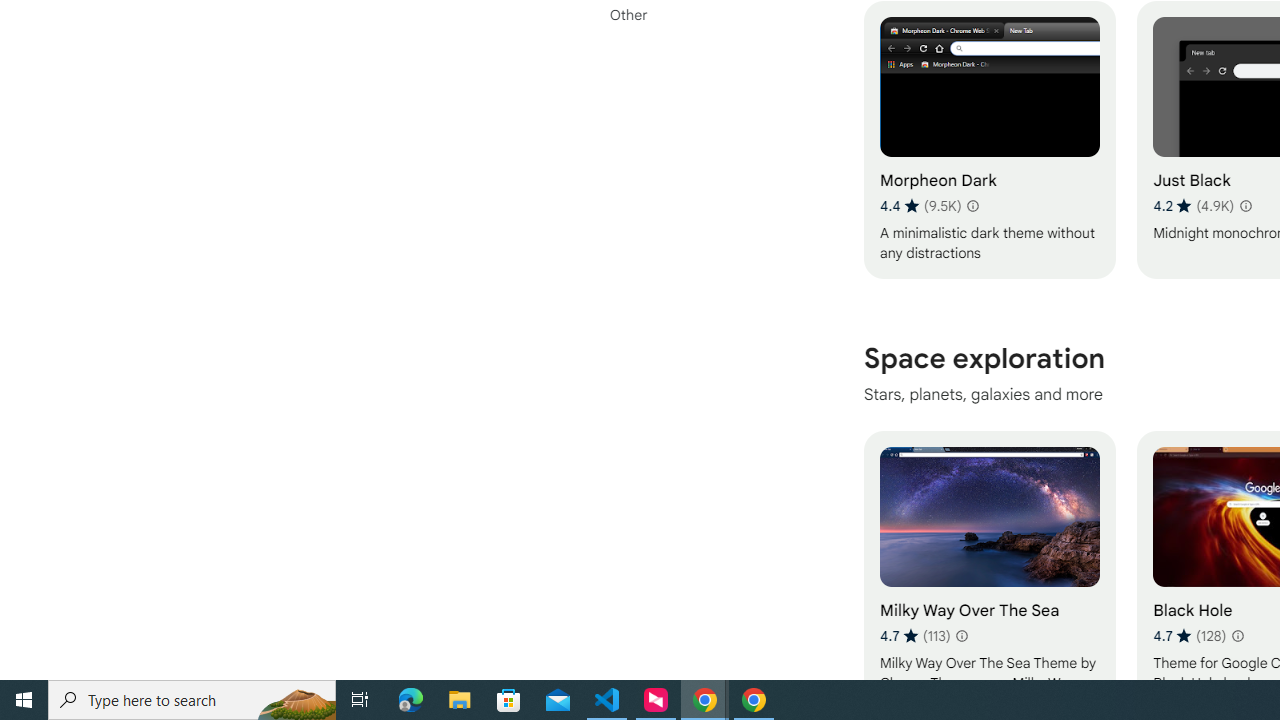  Describe the element at coordinates (1243, 205) in the screenshot. I see `'Learn more about results and reviews "Just Black"'` at that location.